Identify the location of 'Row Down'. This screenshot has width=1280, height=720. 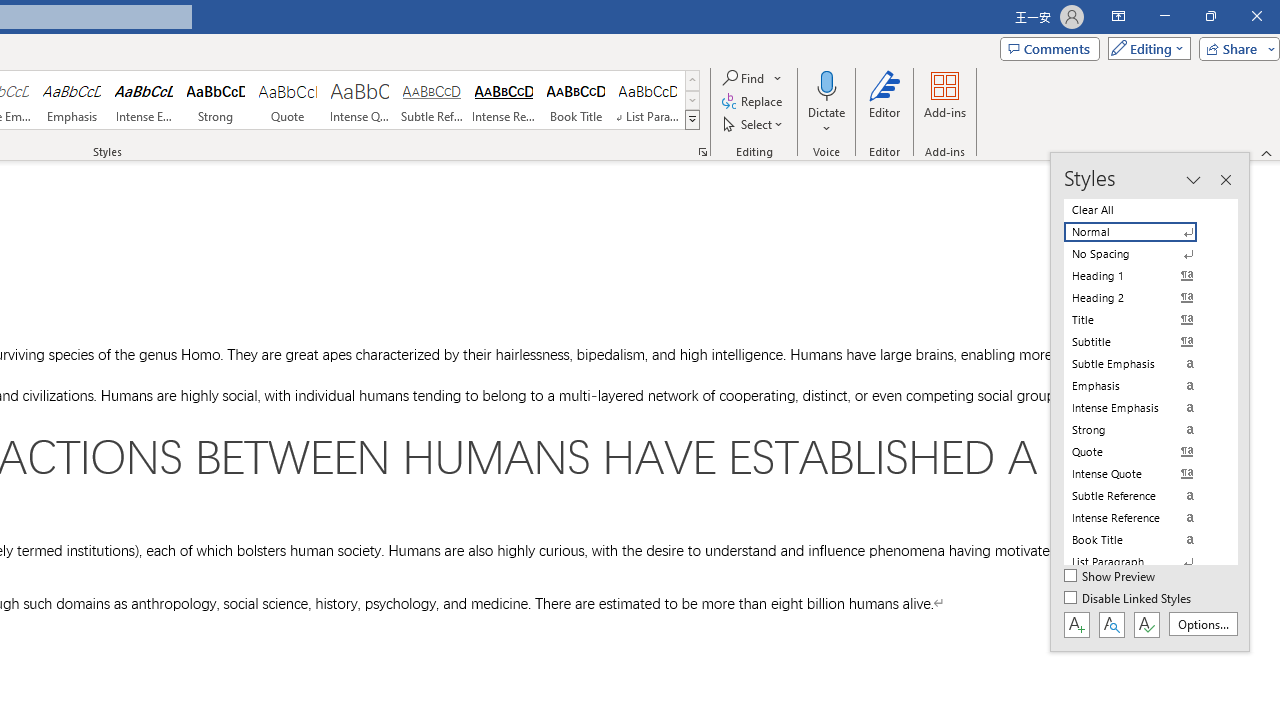
(692, 100).